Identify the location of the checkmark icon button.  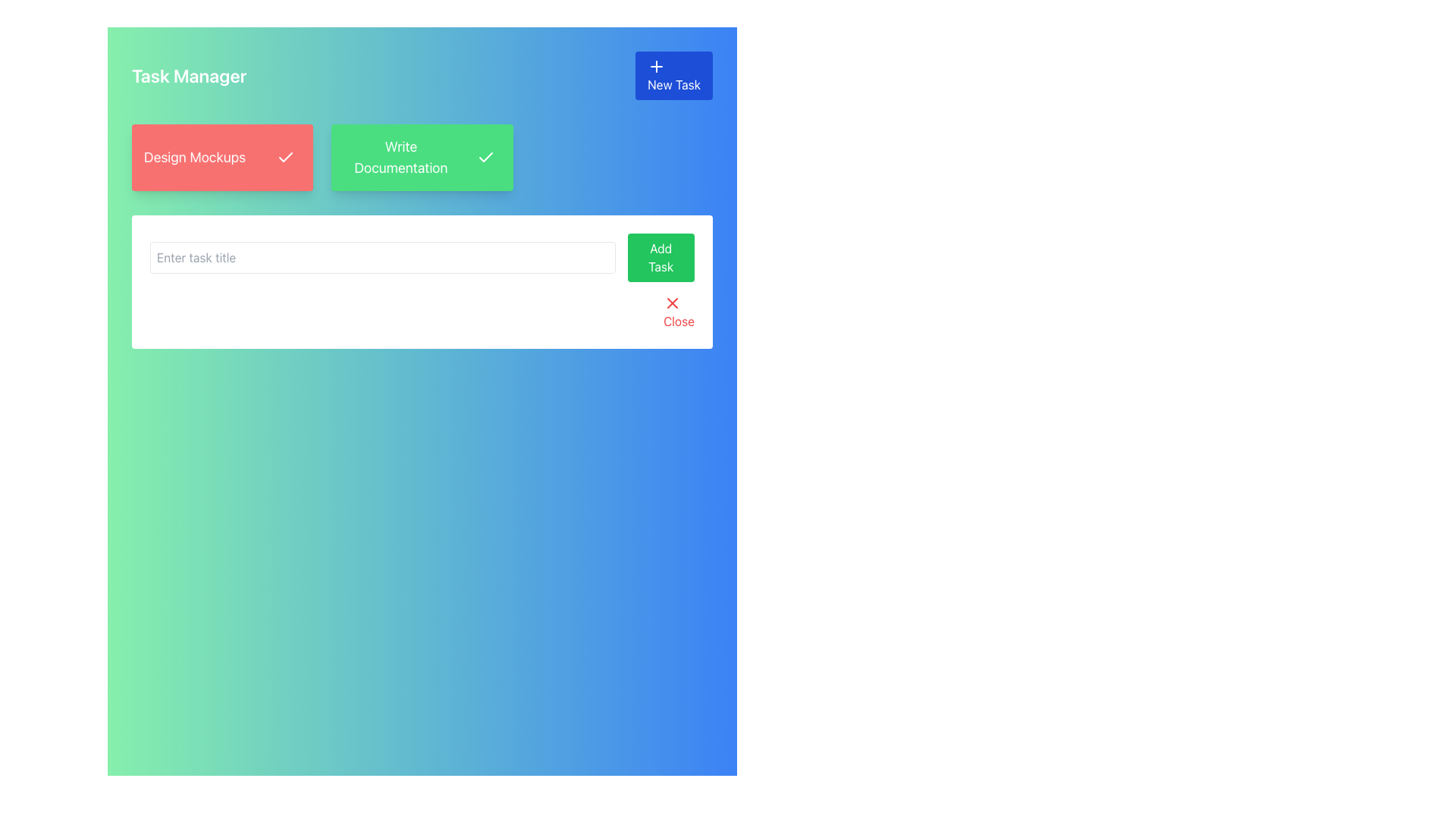
(286, 158).